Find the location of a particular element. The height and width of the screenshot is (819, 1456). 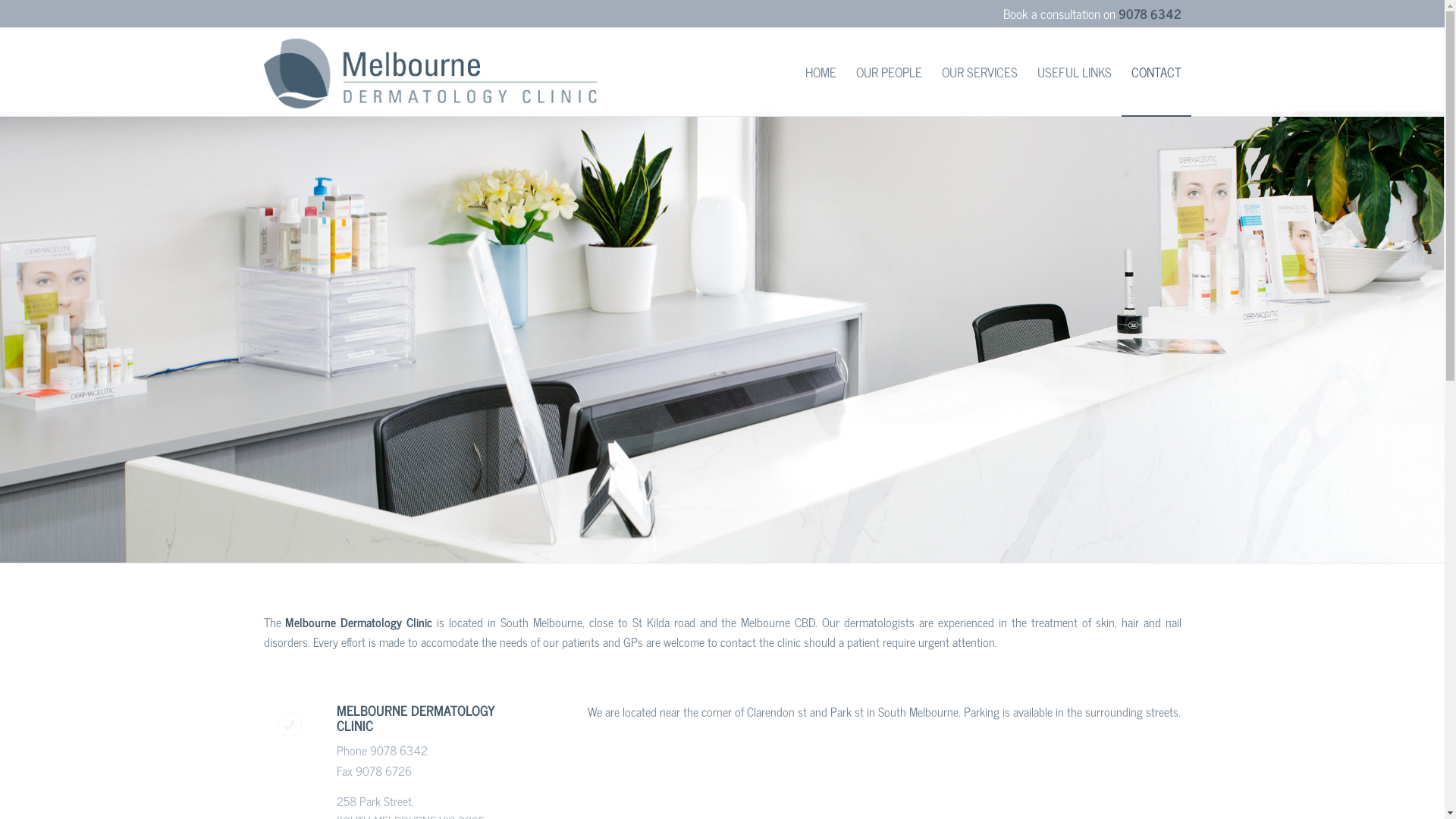

'USEFUL LINKS' is located at coordinates (1026, 72).